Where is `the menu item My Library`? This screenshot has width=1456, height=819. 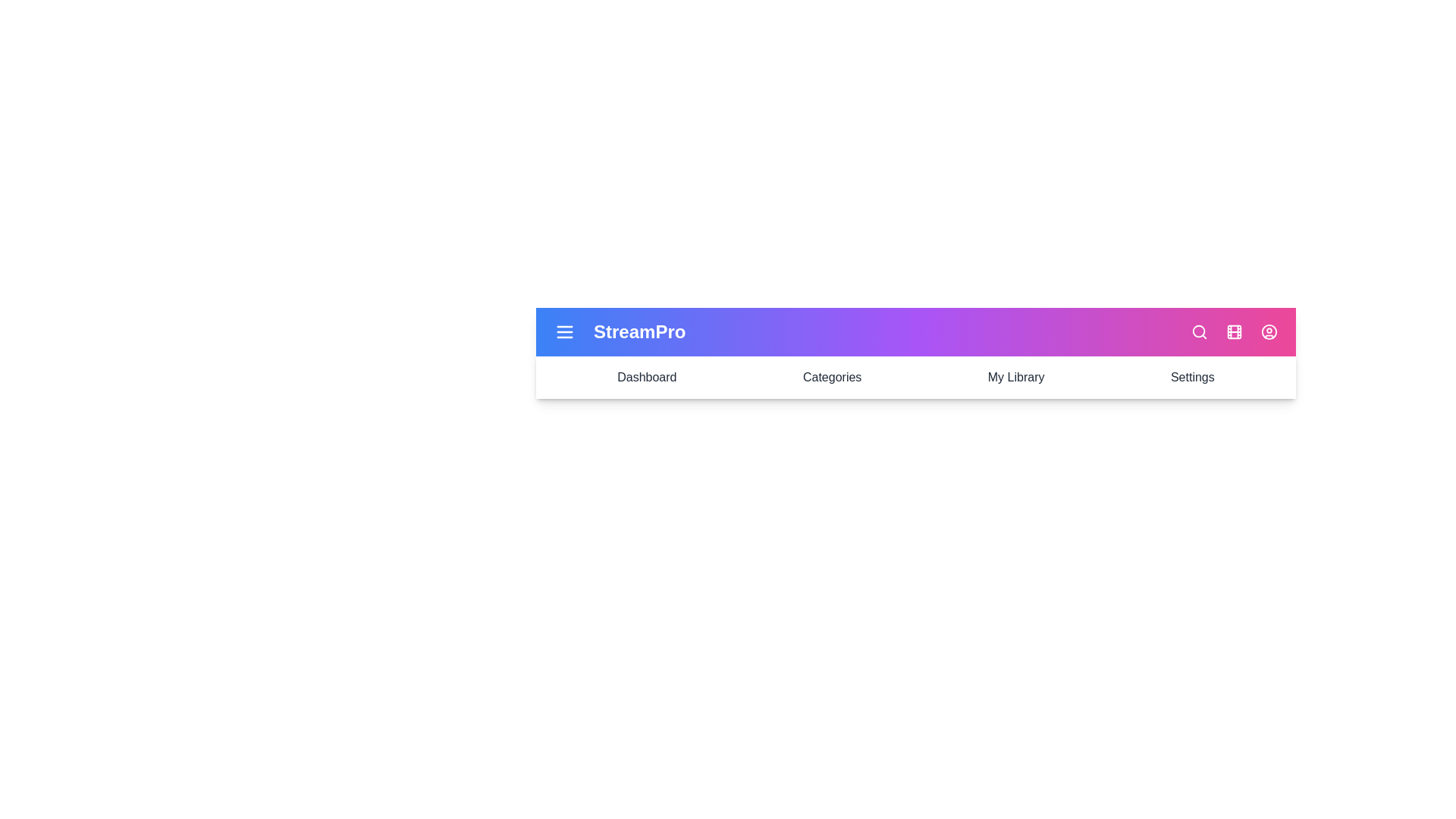 the menu item My Library is located at coordinates (1016, 376).